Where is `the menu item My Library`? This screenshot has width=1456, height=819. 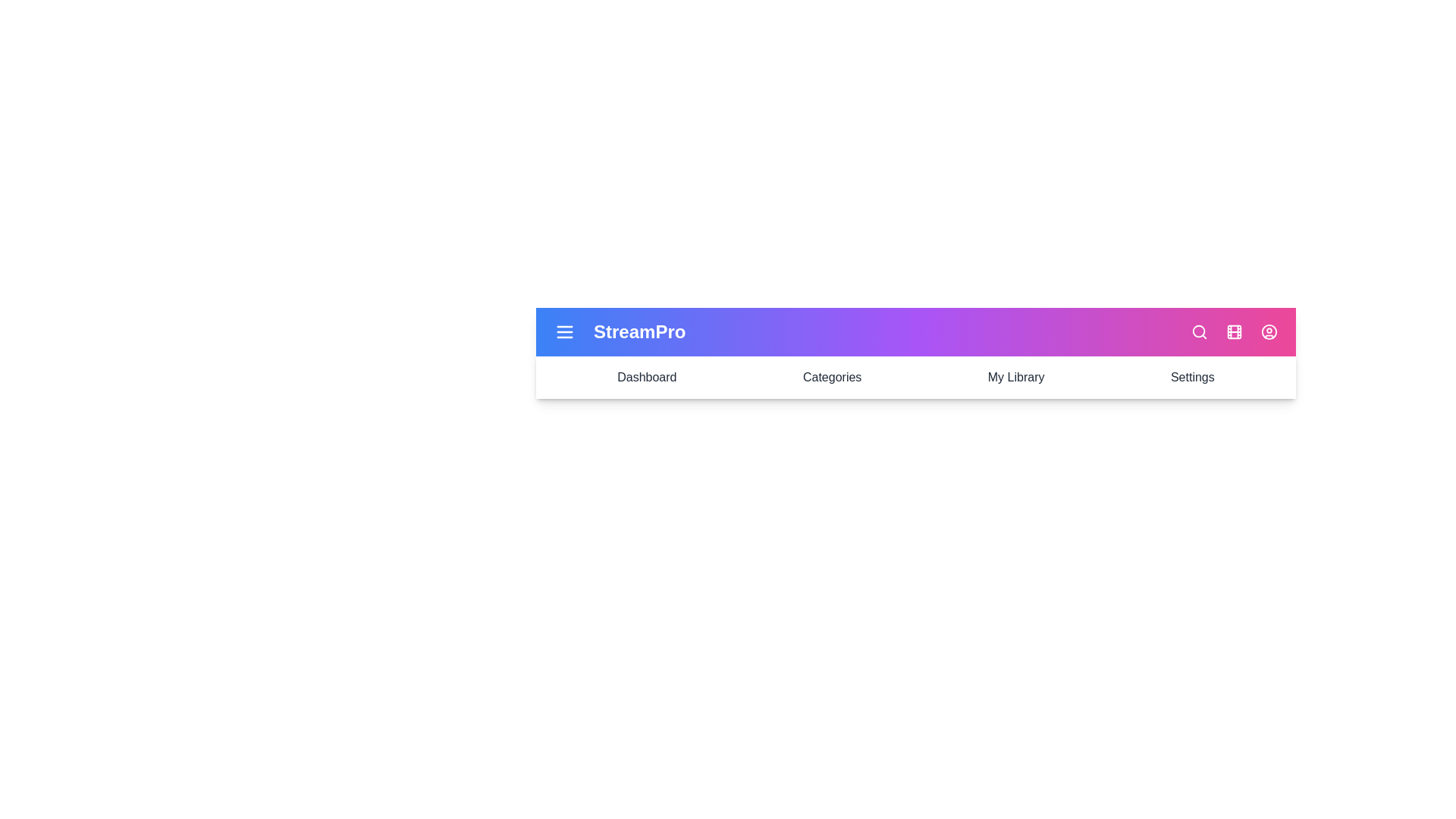 the menu item My Library is located at coordinates (1016, 376).